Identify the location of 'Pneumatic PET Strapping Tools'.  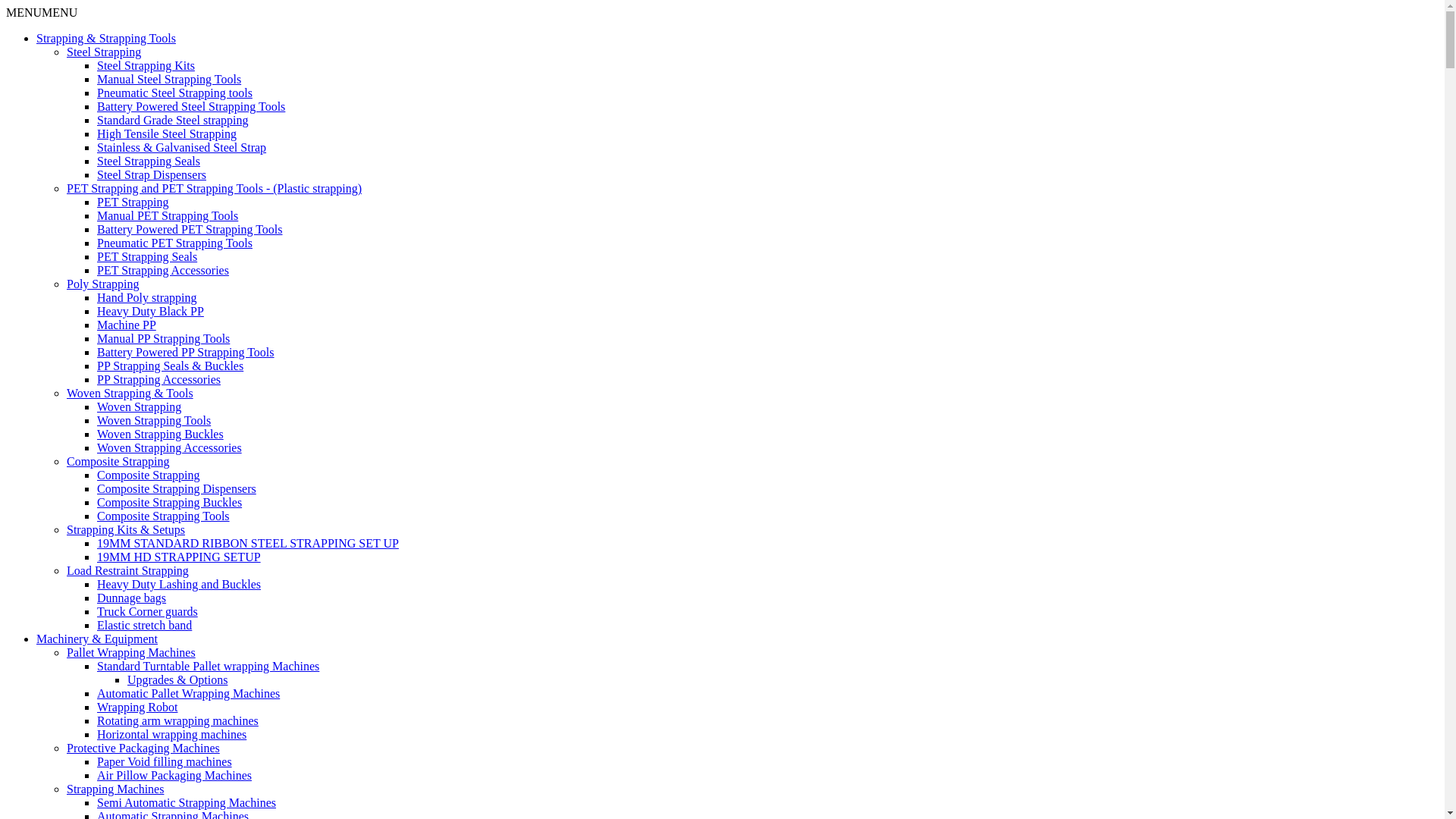
(174, 242).